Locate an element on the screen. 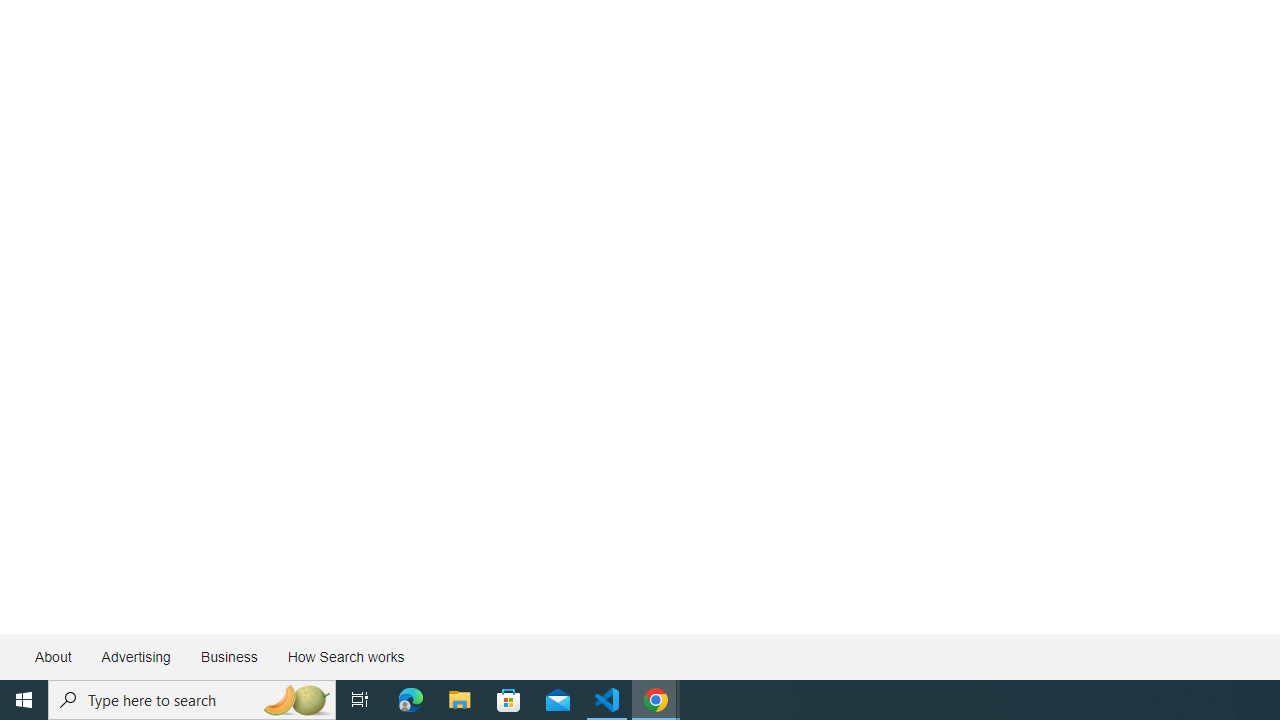 The height and width of the screenshot is (720, 1280). 'Advertising' is located at coordinates (134, 657).